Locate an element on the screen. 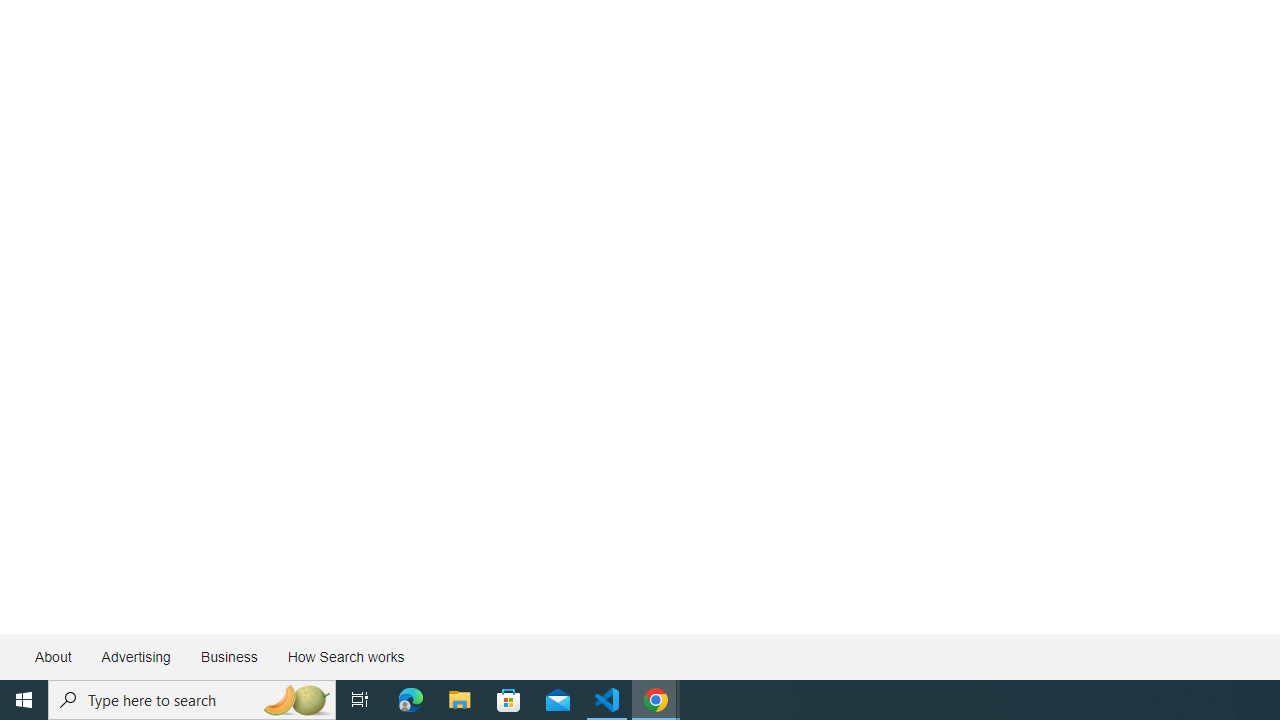 The height and width of the screenshot is (720, 1280). 'Advertising' is located at coordinates (134, 657).